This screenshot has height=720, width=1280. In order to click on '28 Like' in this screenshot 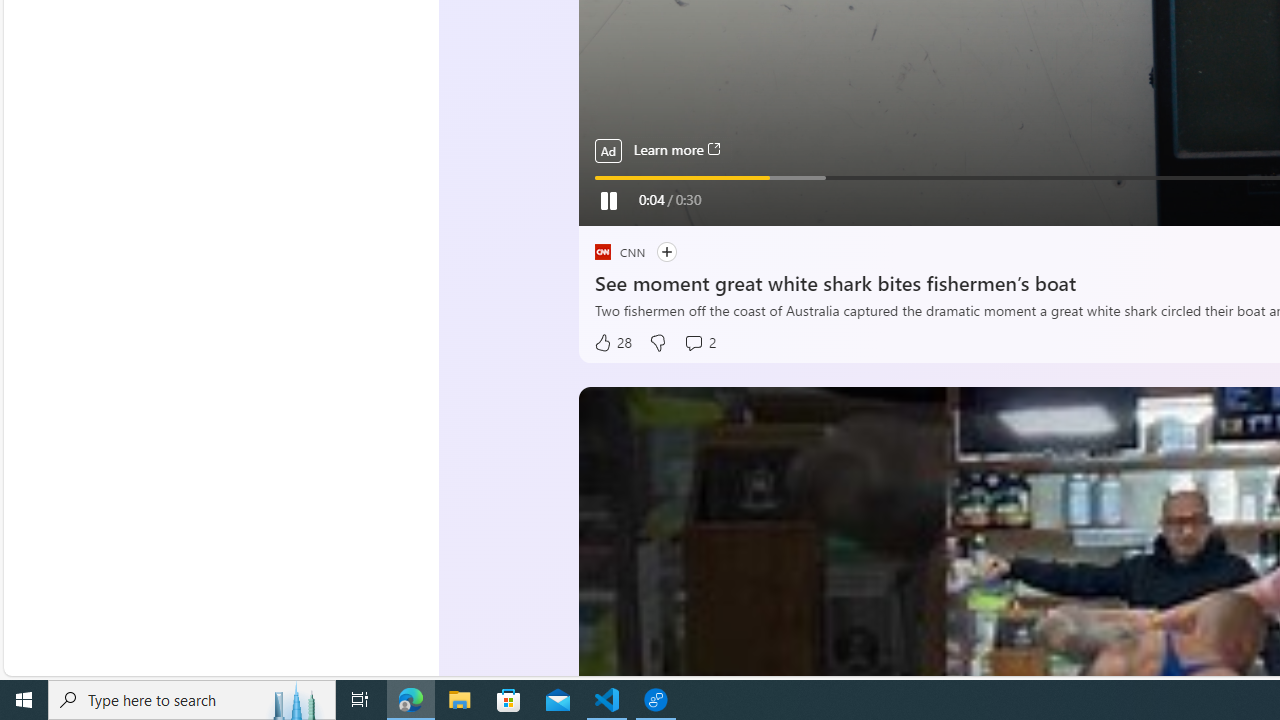, I will do `click(610, 342)`.